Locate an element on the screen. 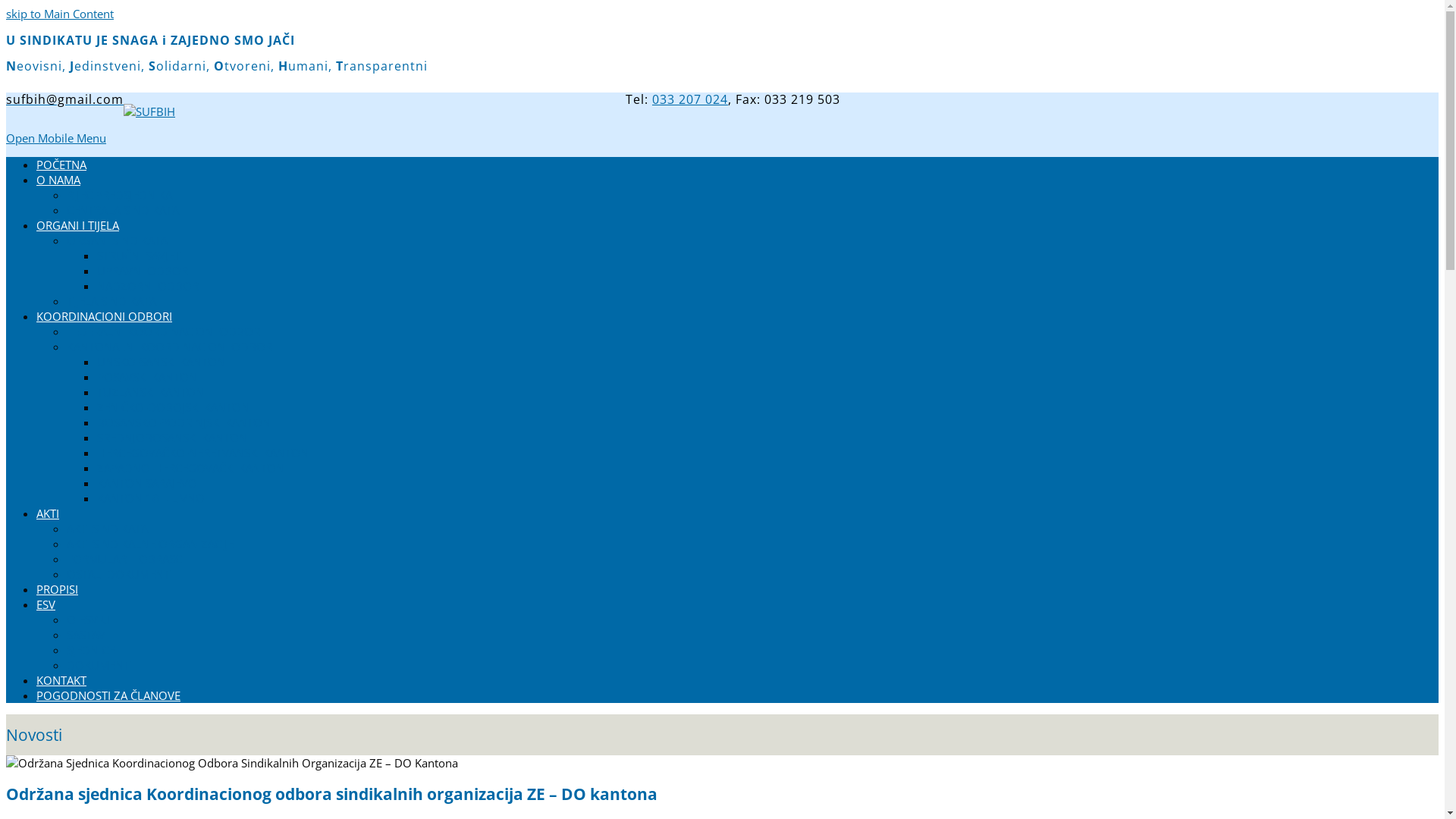 This screenshot has height=819, width=1456. 'OSTALI DOKUMENTI' is located at coordinates (119, 573).